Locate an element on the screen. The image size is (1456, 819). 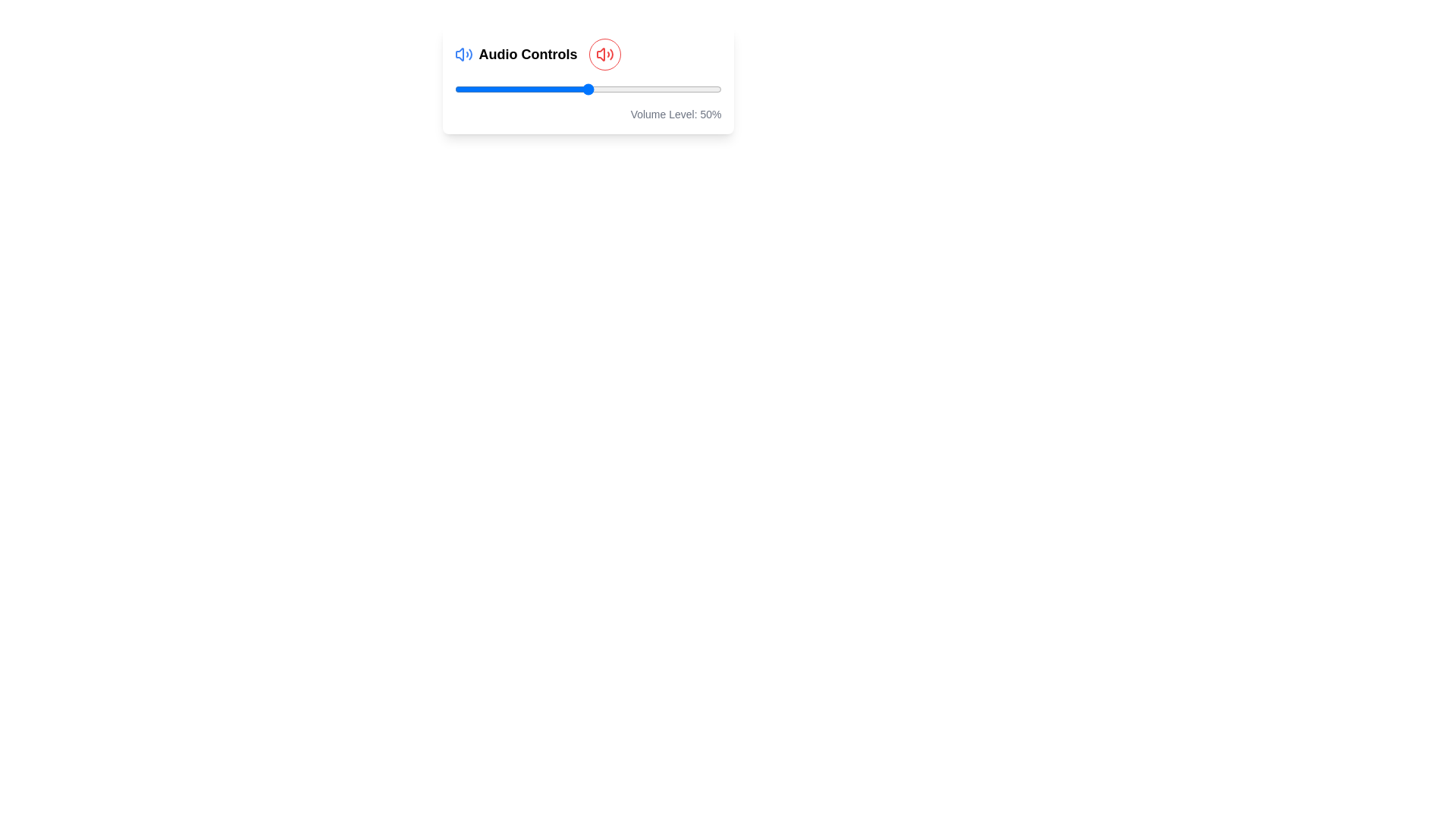
the volume slider to 19% by dragging the slider to the corresponding position is located at coordinates (505, 89).